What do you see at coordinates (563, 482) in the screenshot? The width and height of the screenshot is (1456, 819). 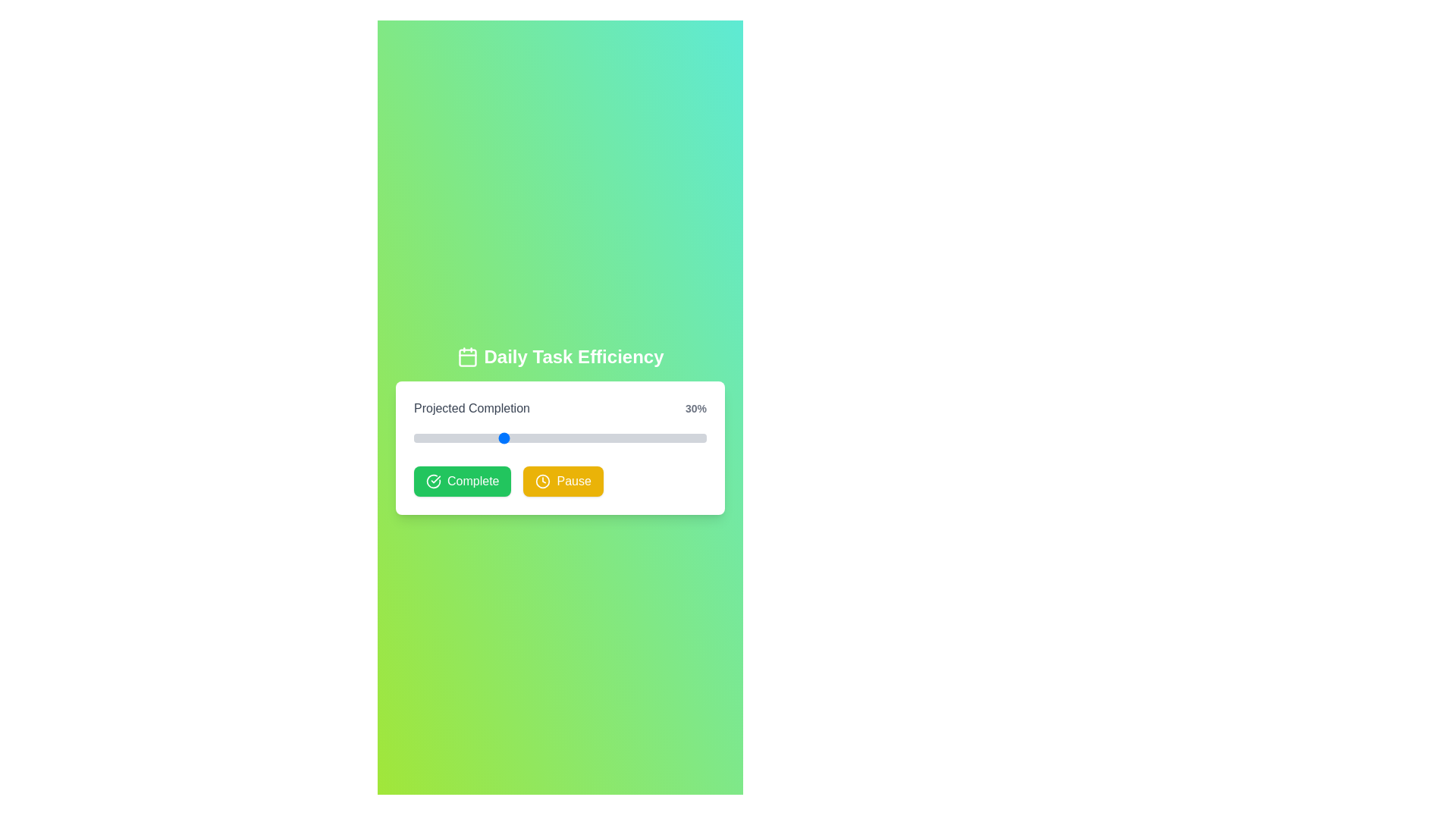 I see `'Pause' button to pause the task` at bounding box center [563, 482].